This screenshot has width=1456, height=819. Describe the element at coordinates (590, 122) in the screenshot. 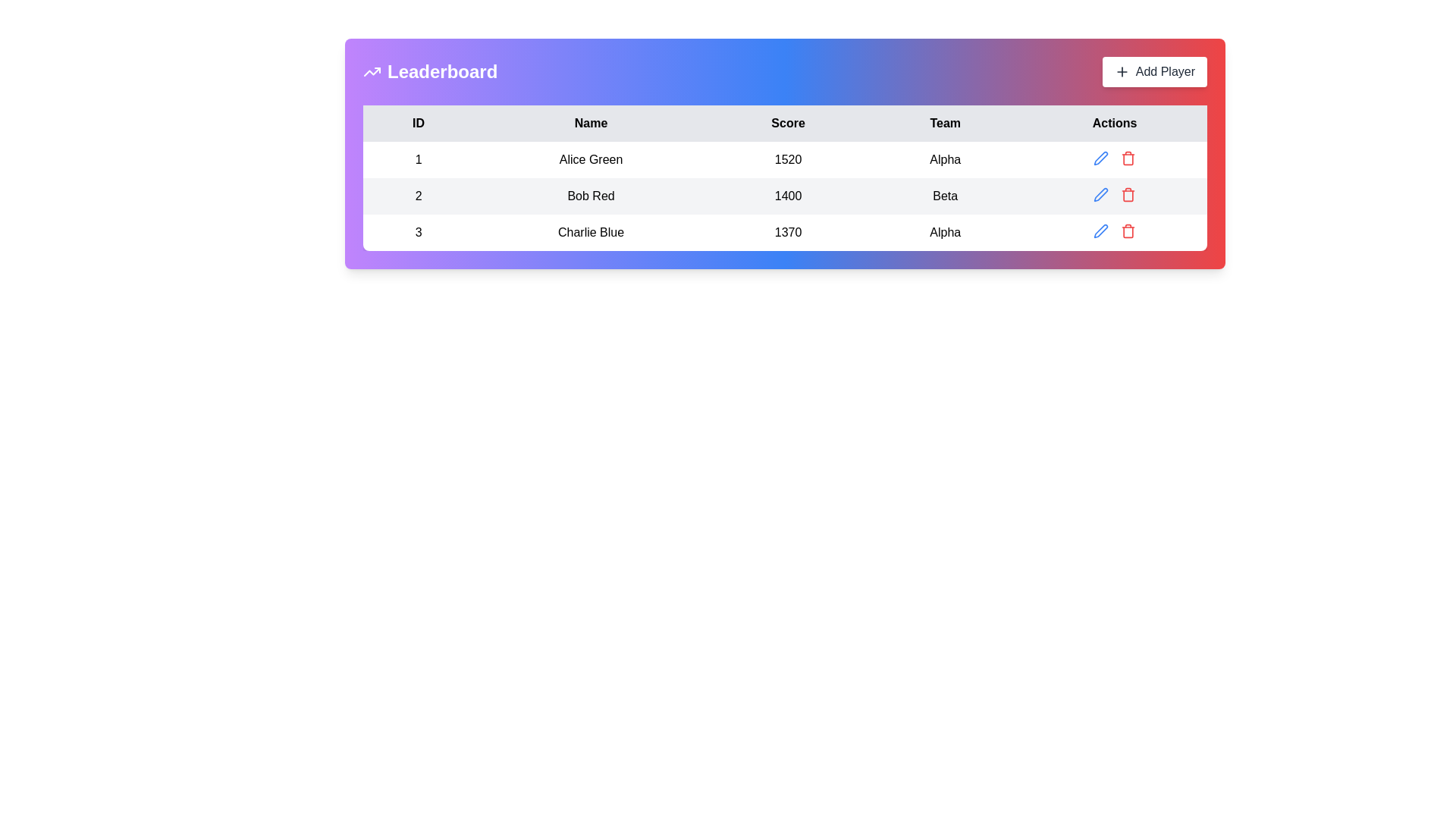

I see `the second column header in the table that displays names of individuals, located between the 'ID' and 'Score' columns` at that location.